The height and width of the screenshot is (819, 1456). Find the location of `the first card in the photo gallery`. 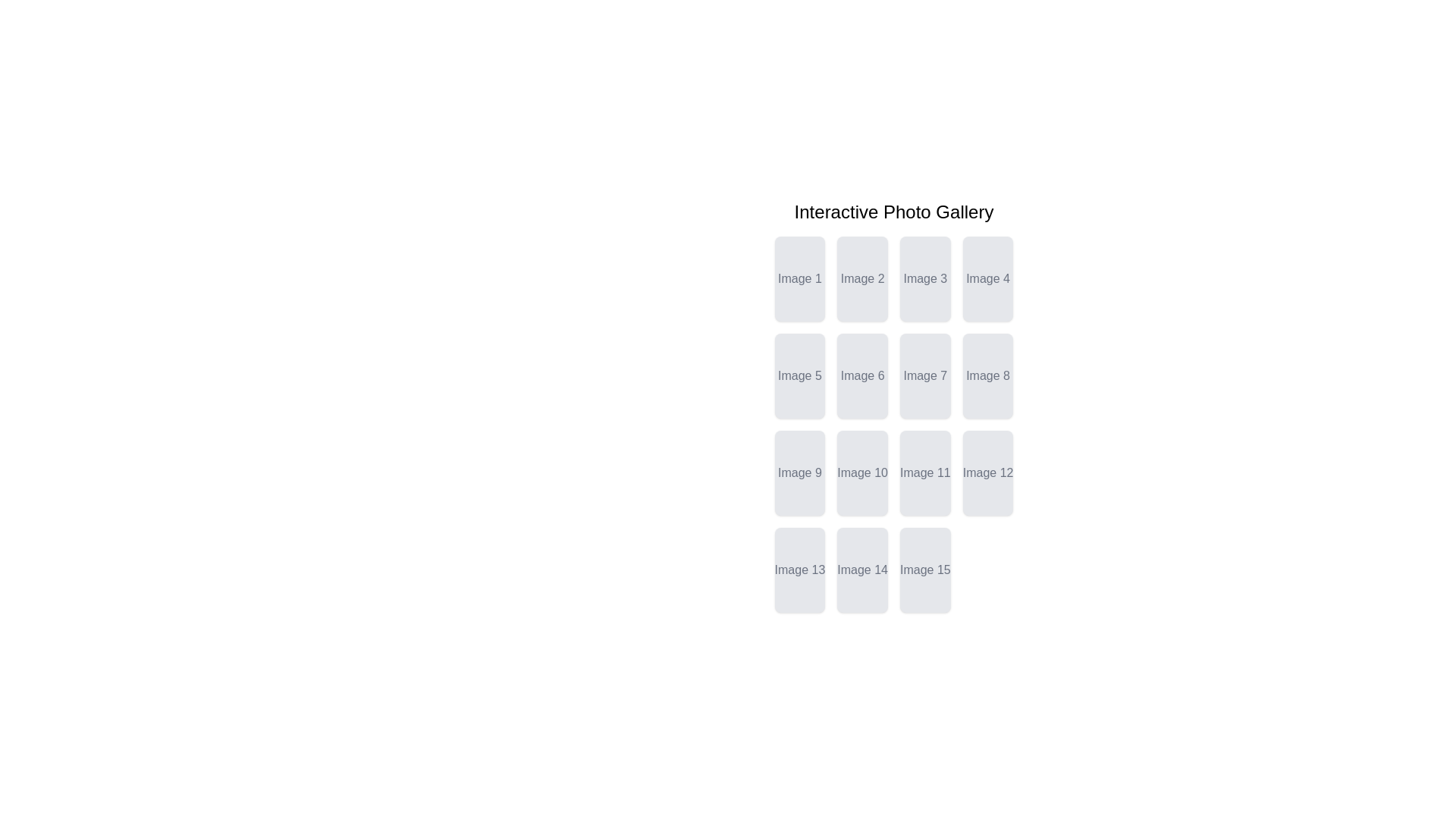

the first card in the photo gallery is located at coordinates (799, 278).